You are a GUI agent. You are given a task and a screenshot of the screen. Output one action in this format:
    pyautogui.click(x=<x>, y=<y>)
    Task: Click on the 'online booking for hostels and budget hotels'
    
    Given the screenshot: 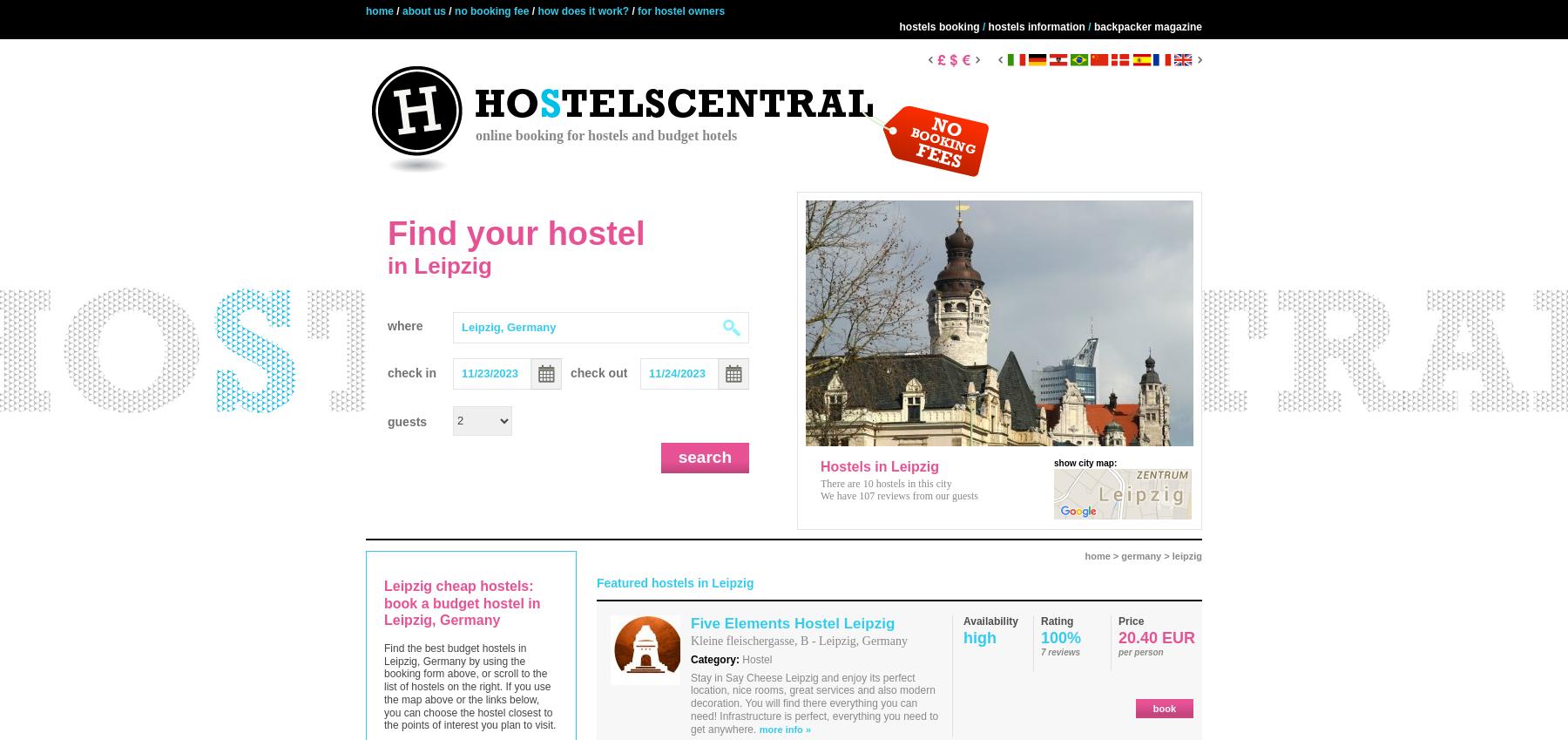 What is the action you would take?
    pyautogui.click(x=605, y=135)
    